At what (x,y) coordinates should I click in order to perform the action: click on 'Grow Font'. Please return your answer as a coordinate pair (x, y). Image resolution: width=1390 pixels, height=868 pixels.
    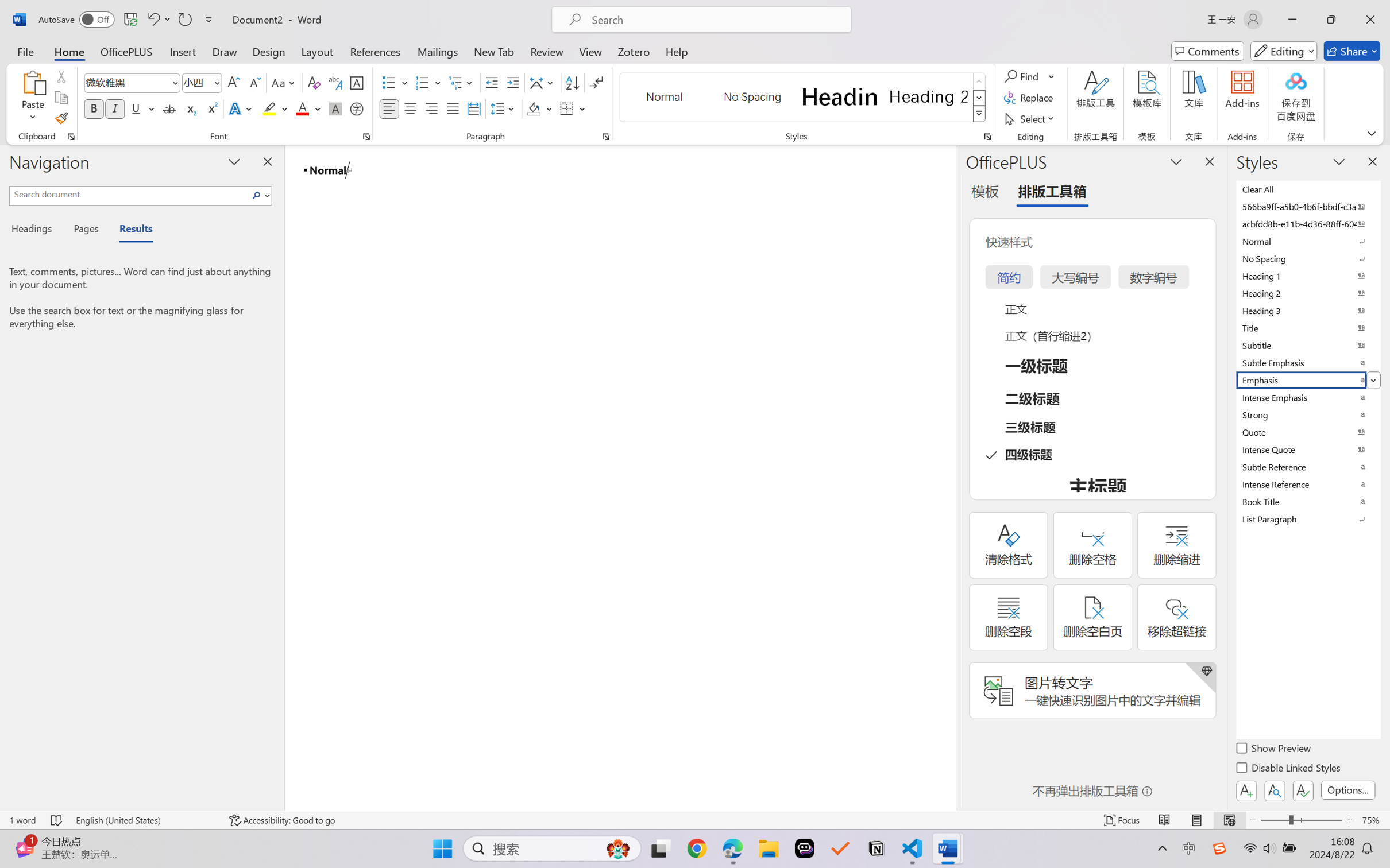
    Looking at the image, I should click on (233, 83).